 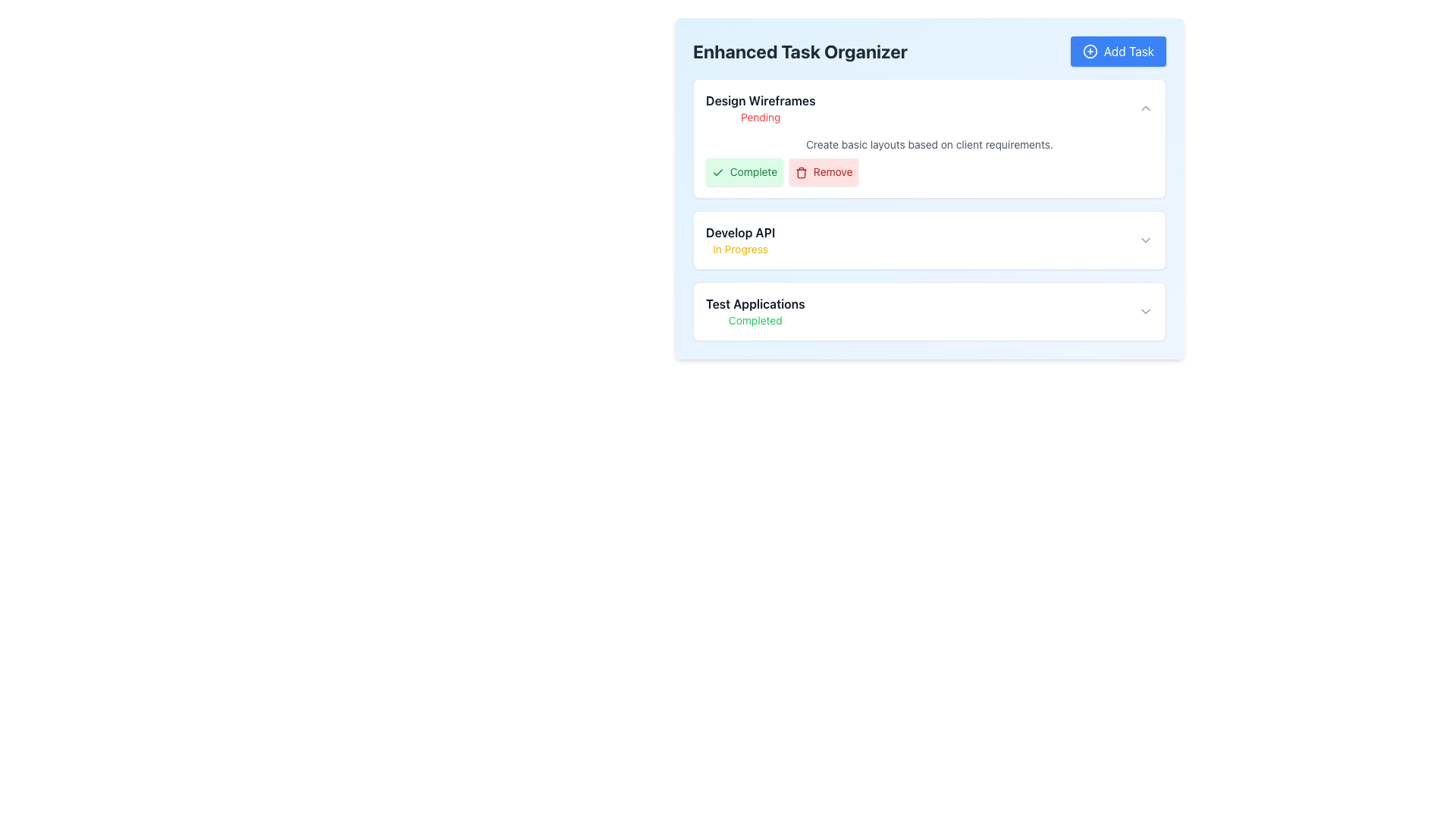 I want to click on the Task card component titled 'Develop API' with status 'In Progress', which is the second item in a vertical list of tasks, so click(x=928, y=239).